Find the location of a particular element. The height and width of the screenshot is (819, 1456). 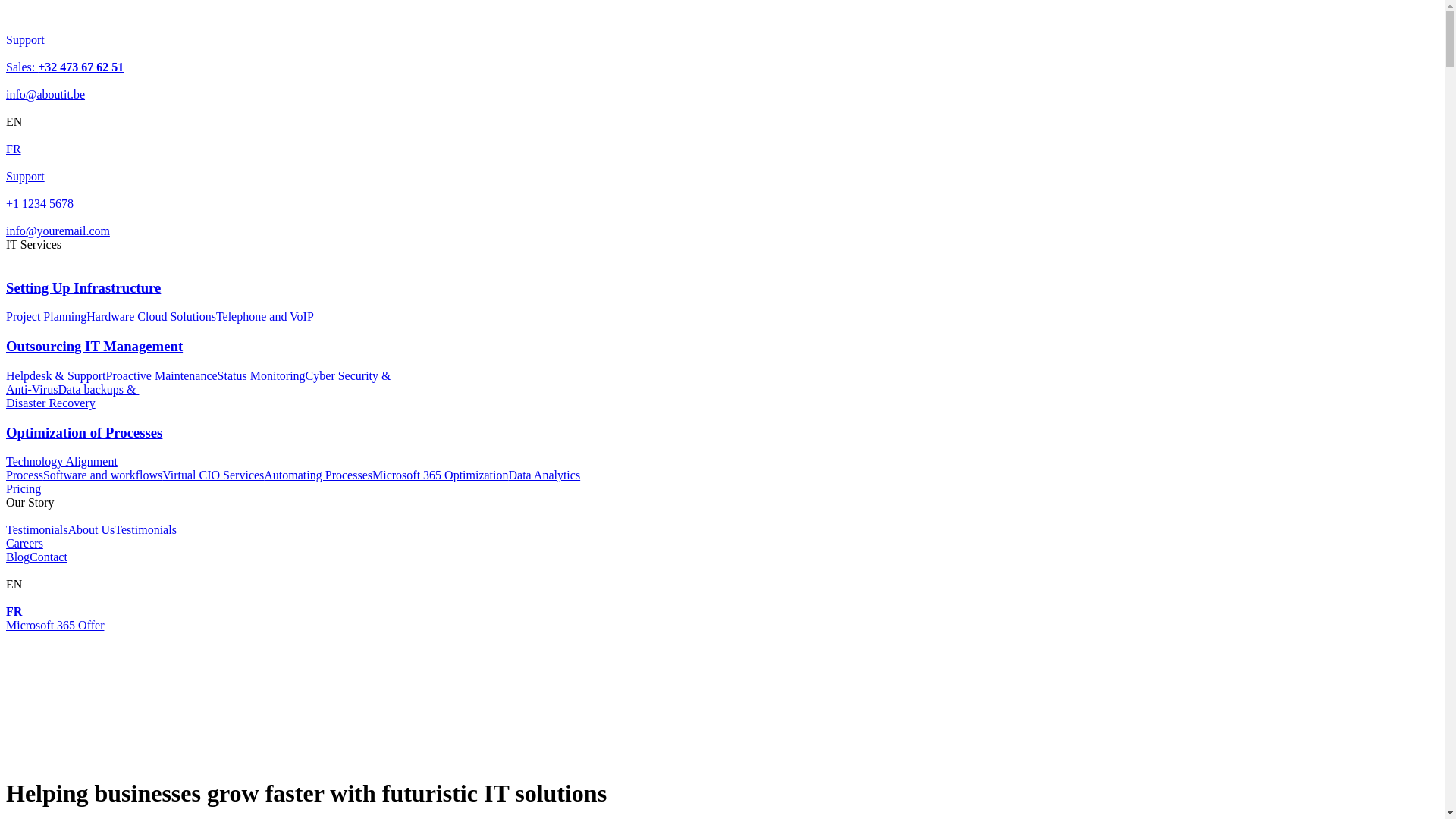

'Setting Up Infrastructure' is located at coordinates (6, 301).